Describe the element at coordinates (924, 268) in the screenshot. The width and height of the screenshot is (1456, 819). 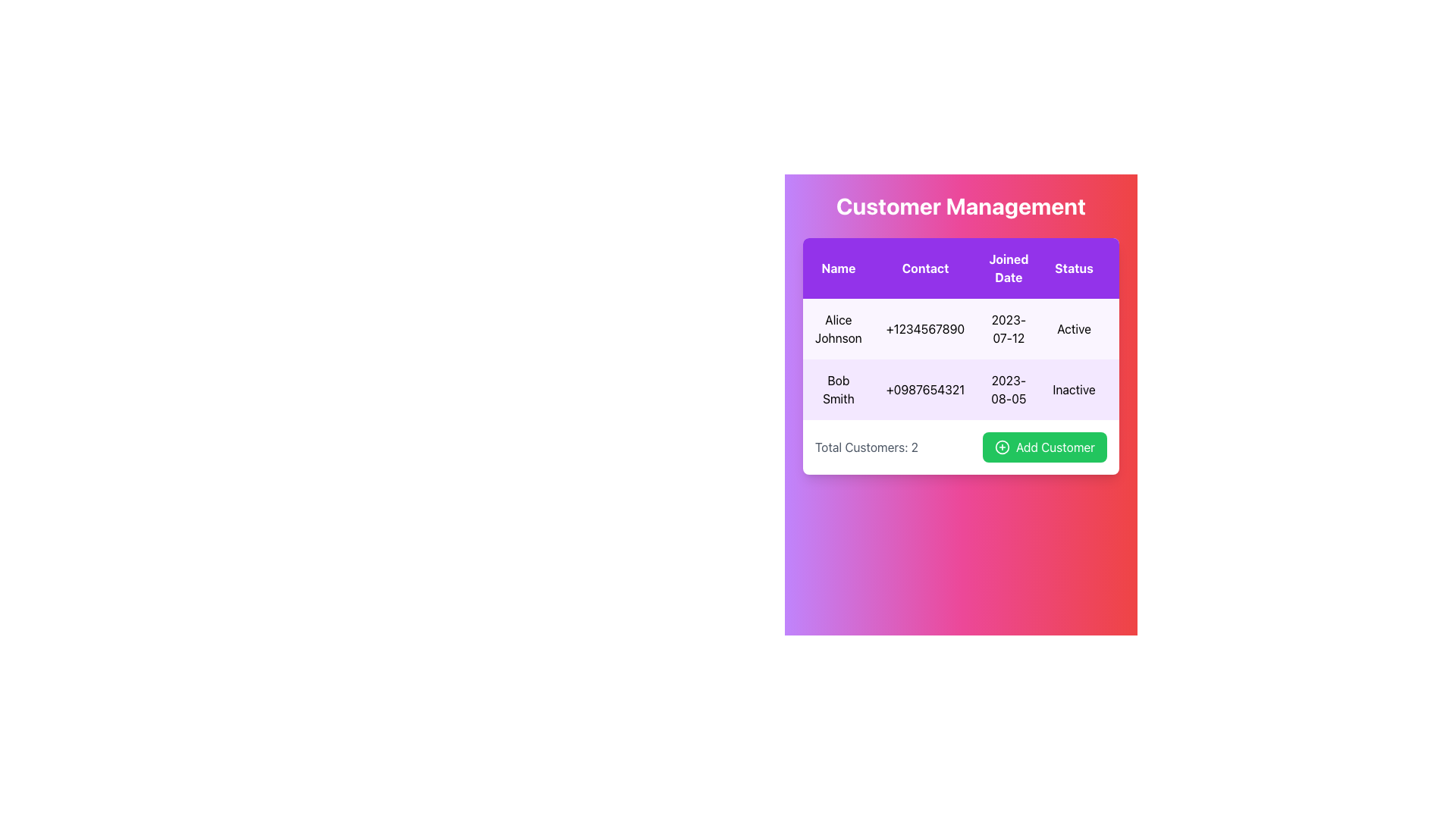
I see `the 'Contact' text label which is displayed in white font on a purple background, located in the header row of a table layout, to the right of the 'Name' header and to the left of the 'Joined Date' header` at that location.